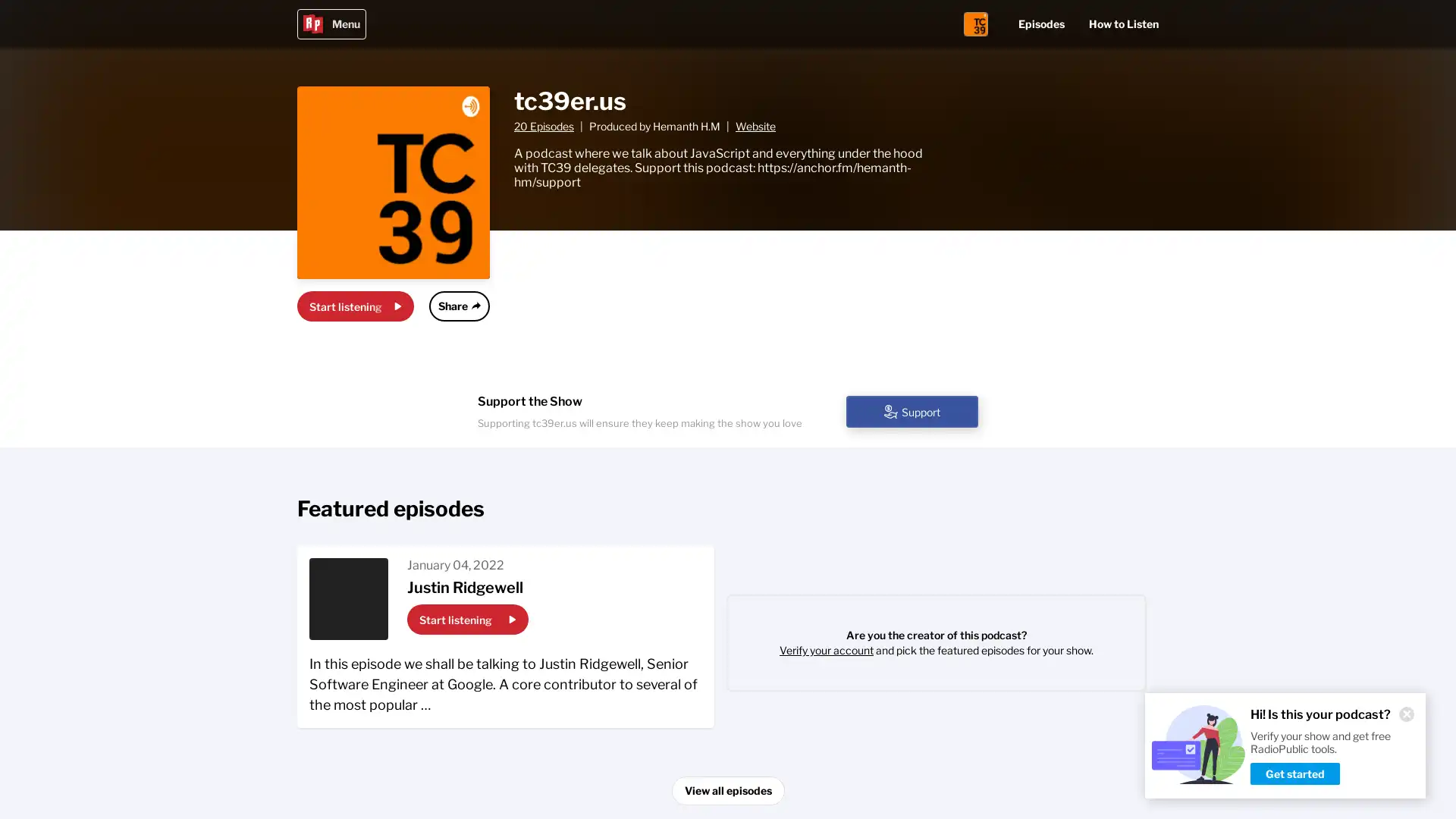 Image resolution: width=1456 pixels, height=819 pixels. Describe the element at coordinates (467, 620) in the screenshot. I see `Start listening play` at that location.